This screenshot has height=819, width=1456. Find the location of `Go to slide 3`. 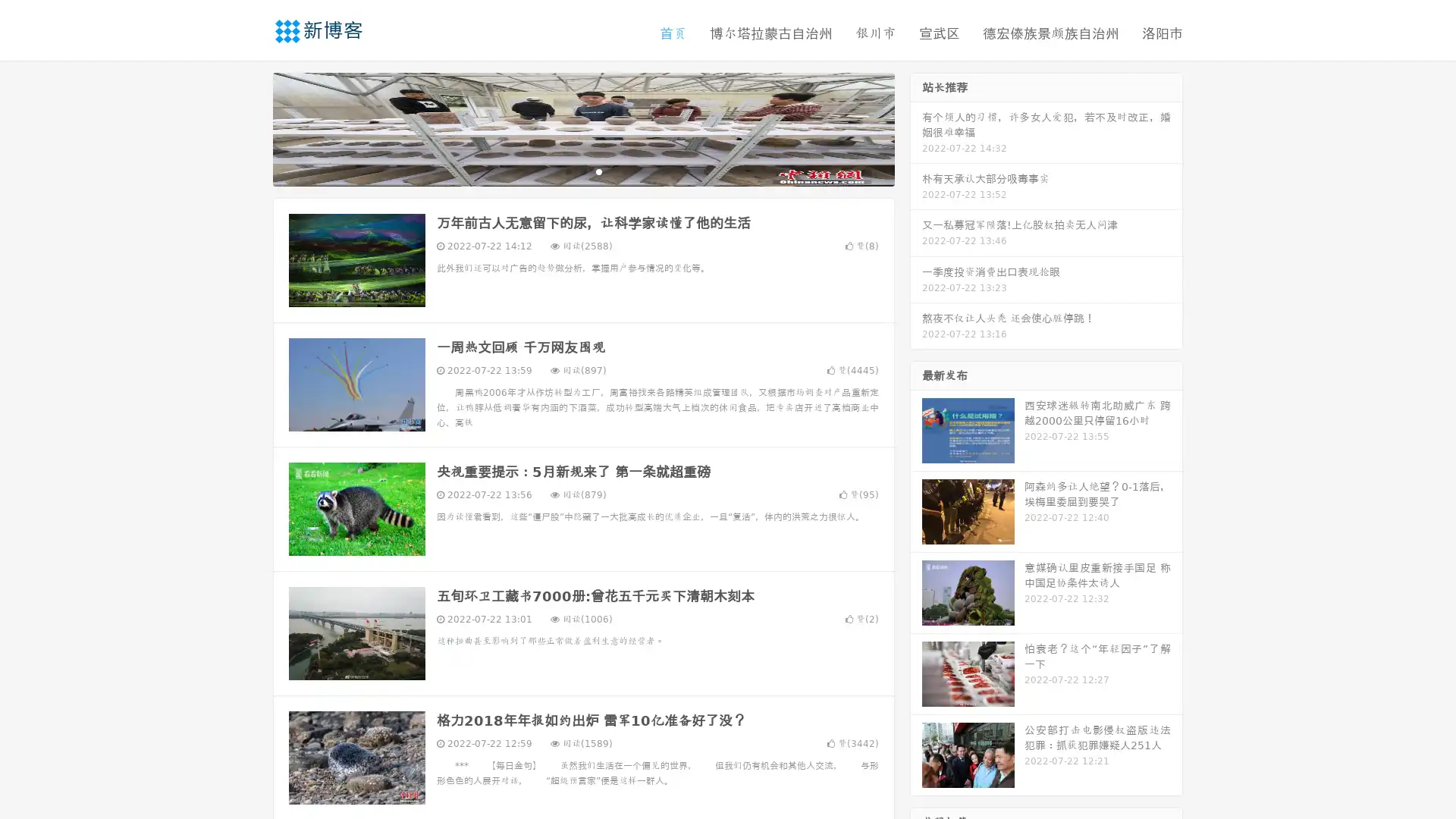

Go to slide 3 is located at coordinates (598, 171).